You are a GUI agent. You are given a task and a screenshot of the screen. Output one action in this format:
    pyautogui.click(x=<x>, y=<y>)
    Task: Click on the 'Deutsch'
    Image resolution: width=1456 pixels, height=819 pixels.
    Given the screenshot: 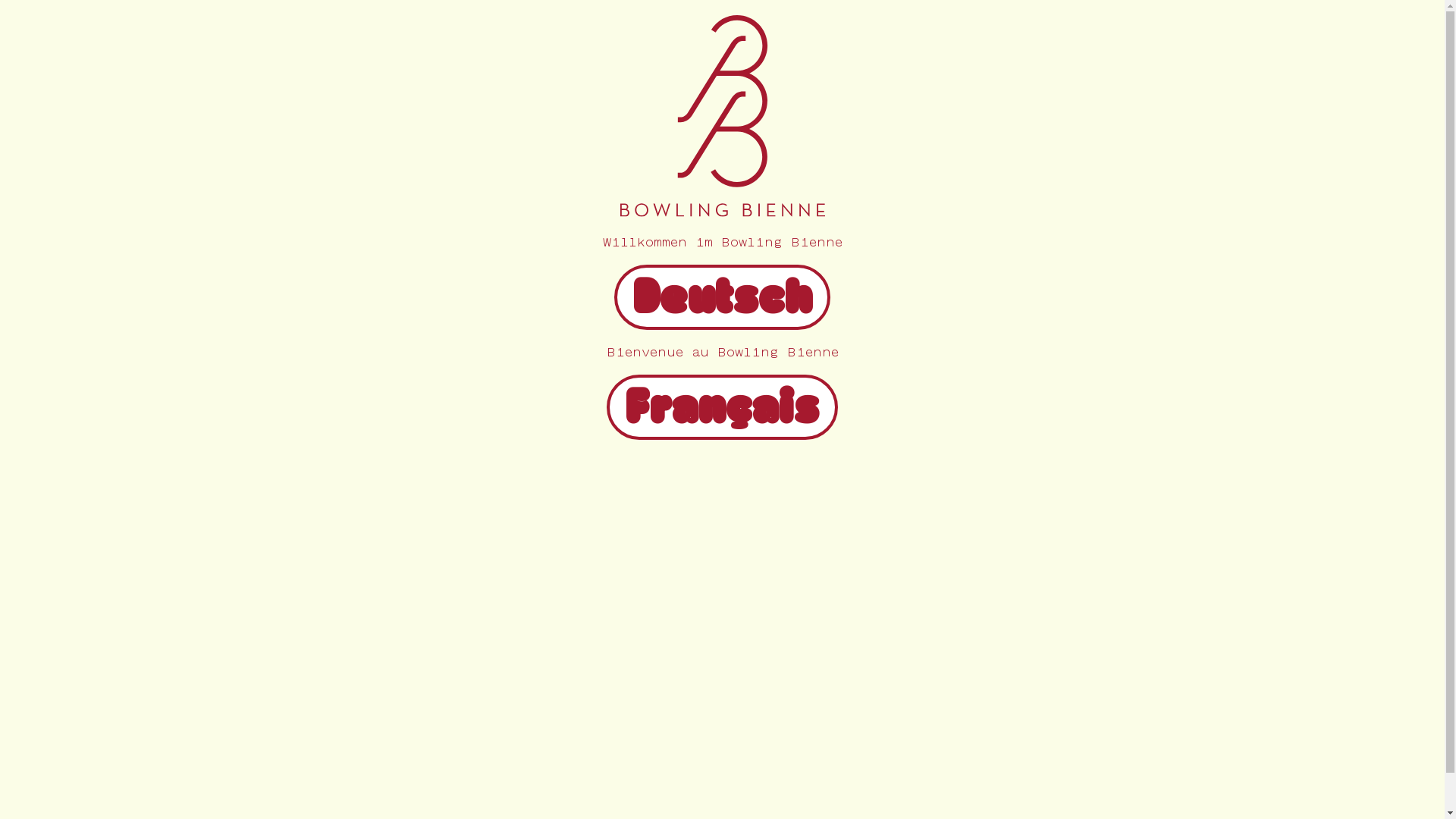 What is the action you would take?
    pyautogui.click(x=721, y=308)
    